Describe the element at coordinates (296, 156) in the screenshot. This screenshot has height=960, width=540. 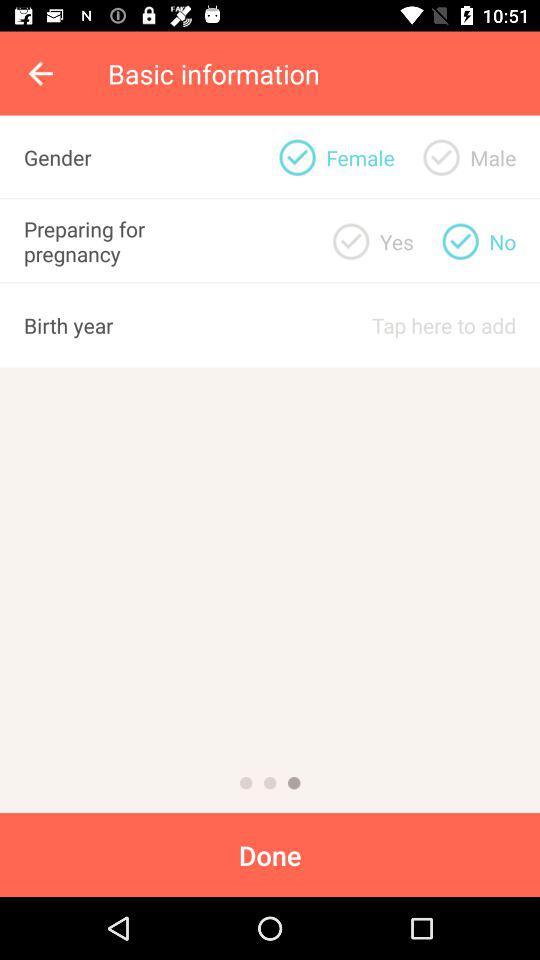
I see `item below the basic information icon` at that location.